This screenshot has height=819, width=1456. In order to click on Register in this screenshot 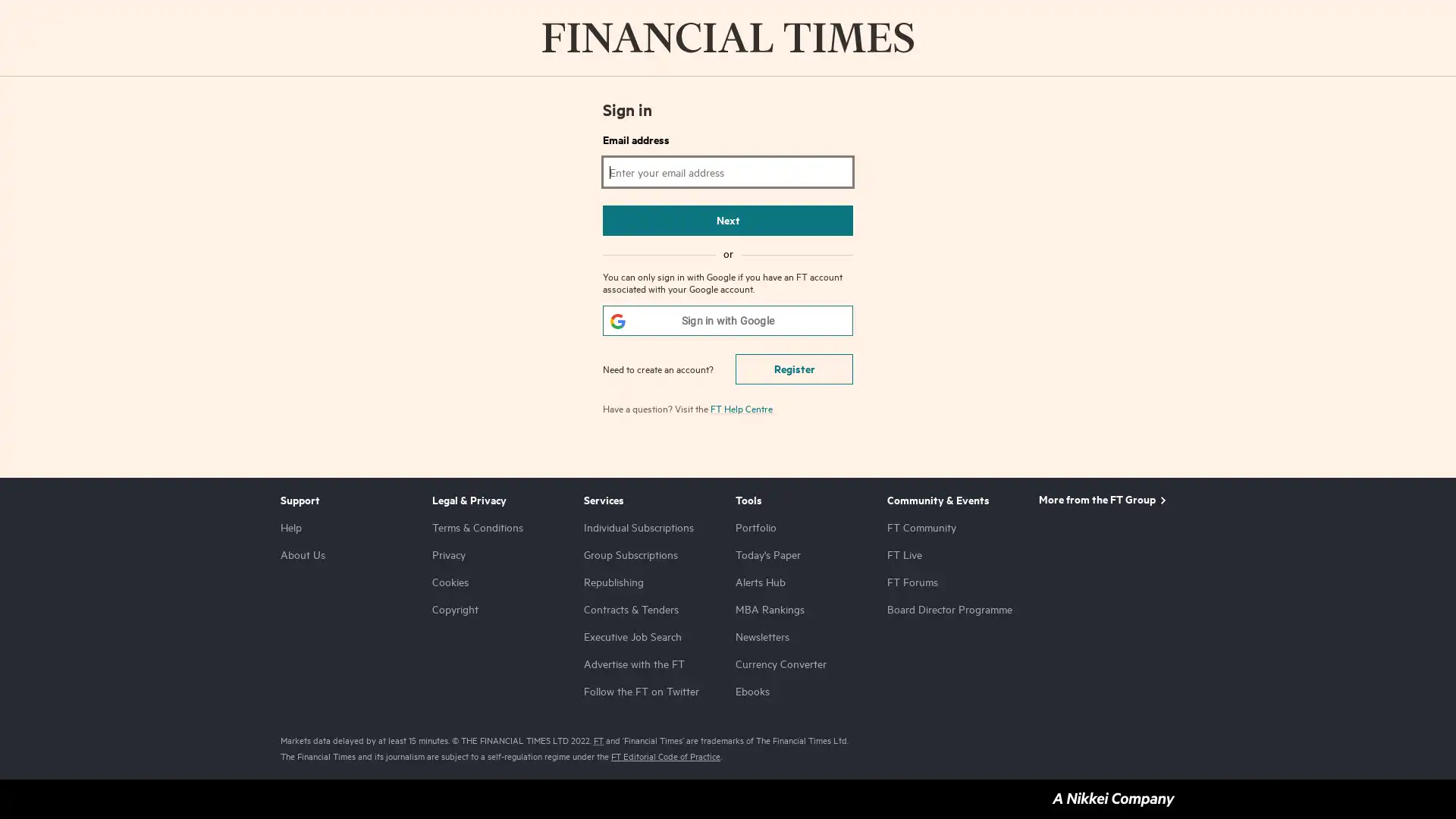, I will do `click(793, 369)`.